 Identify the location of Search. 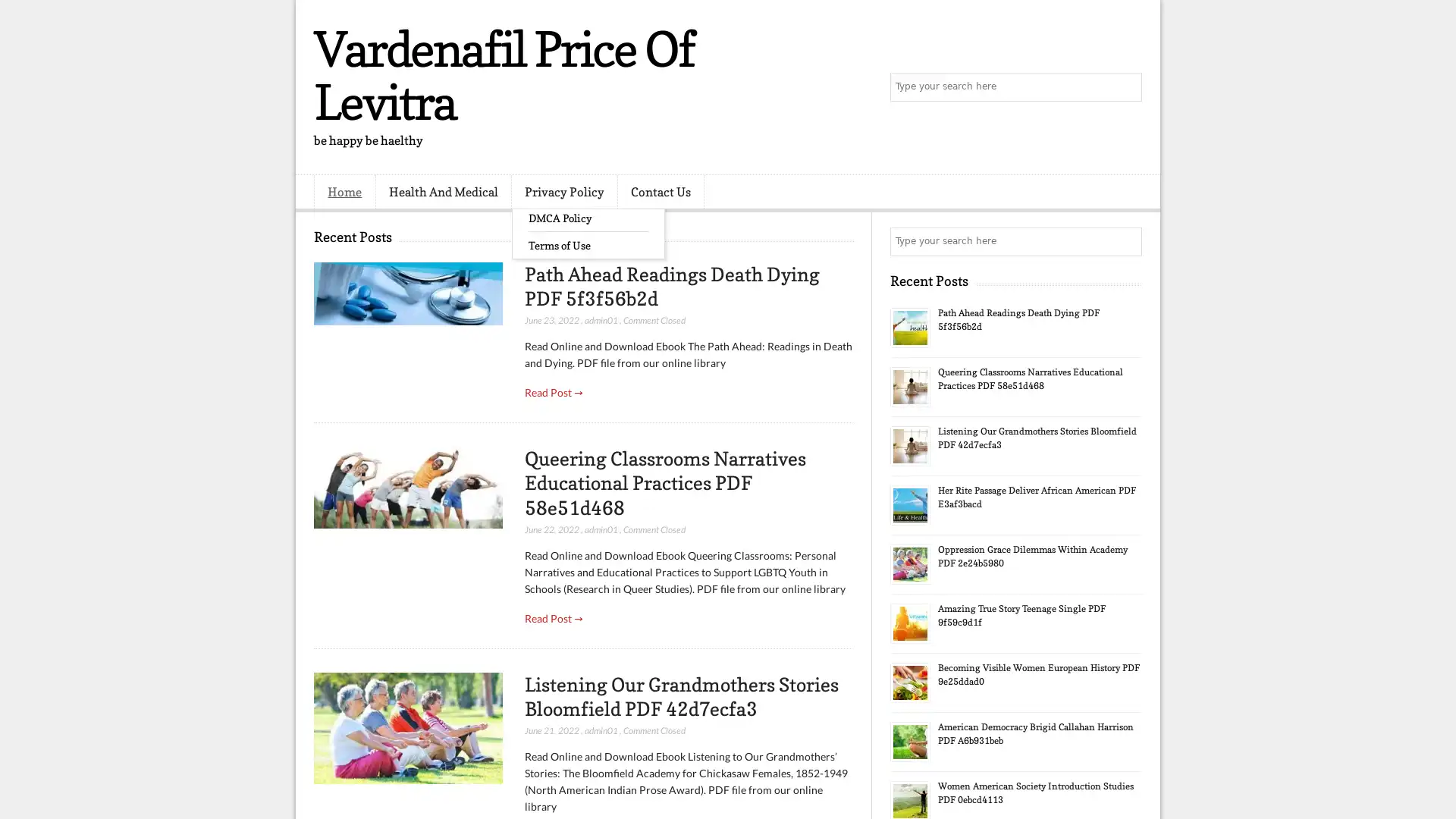
(1126, 87).